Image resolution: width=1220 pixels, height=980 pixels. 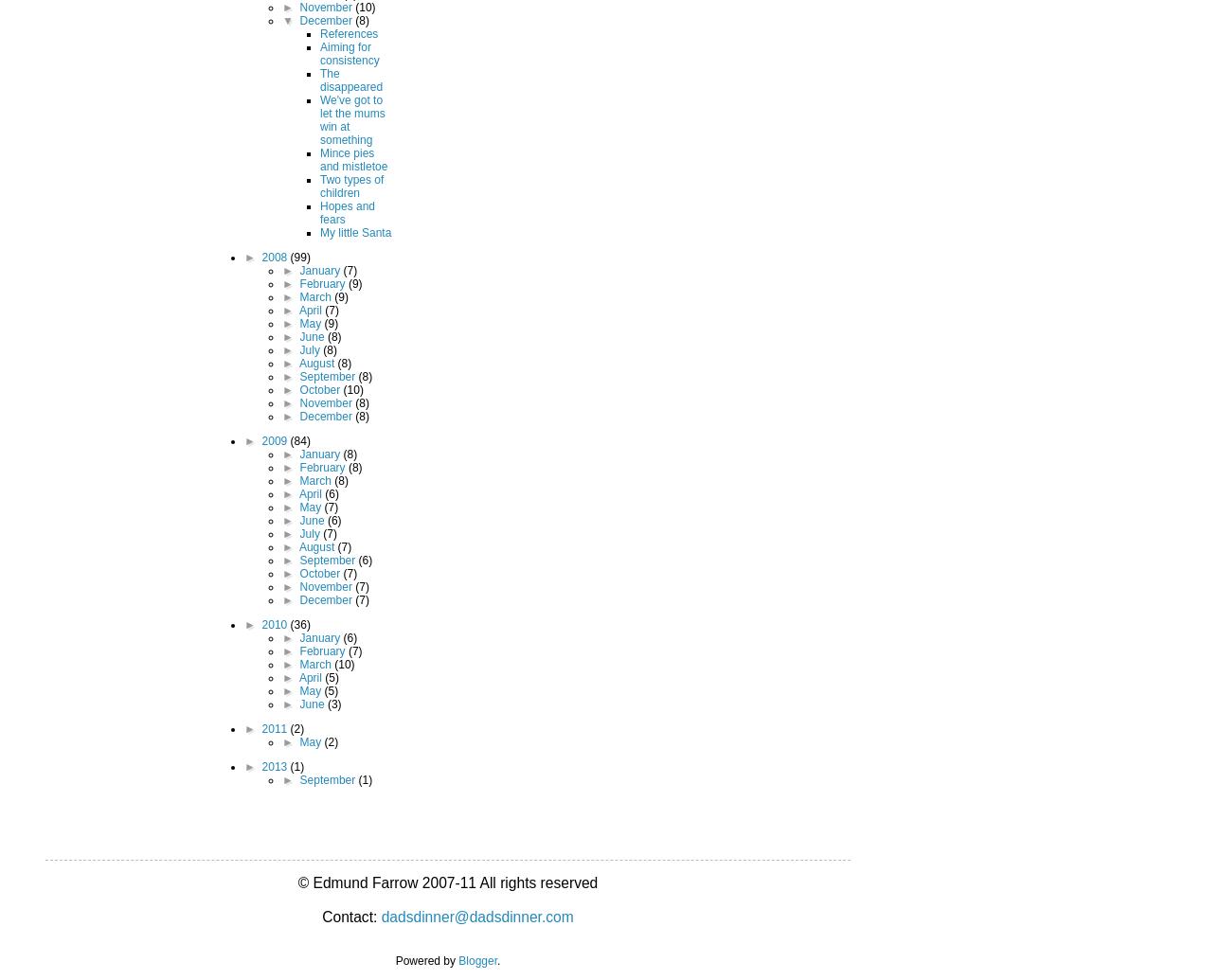 I want to click on '2010', so click(x=275, y=622).